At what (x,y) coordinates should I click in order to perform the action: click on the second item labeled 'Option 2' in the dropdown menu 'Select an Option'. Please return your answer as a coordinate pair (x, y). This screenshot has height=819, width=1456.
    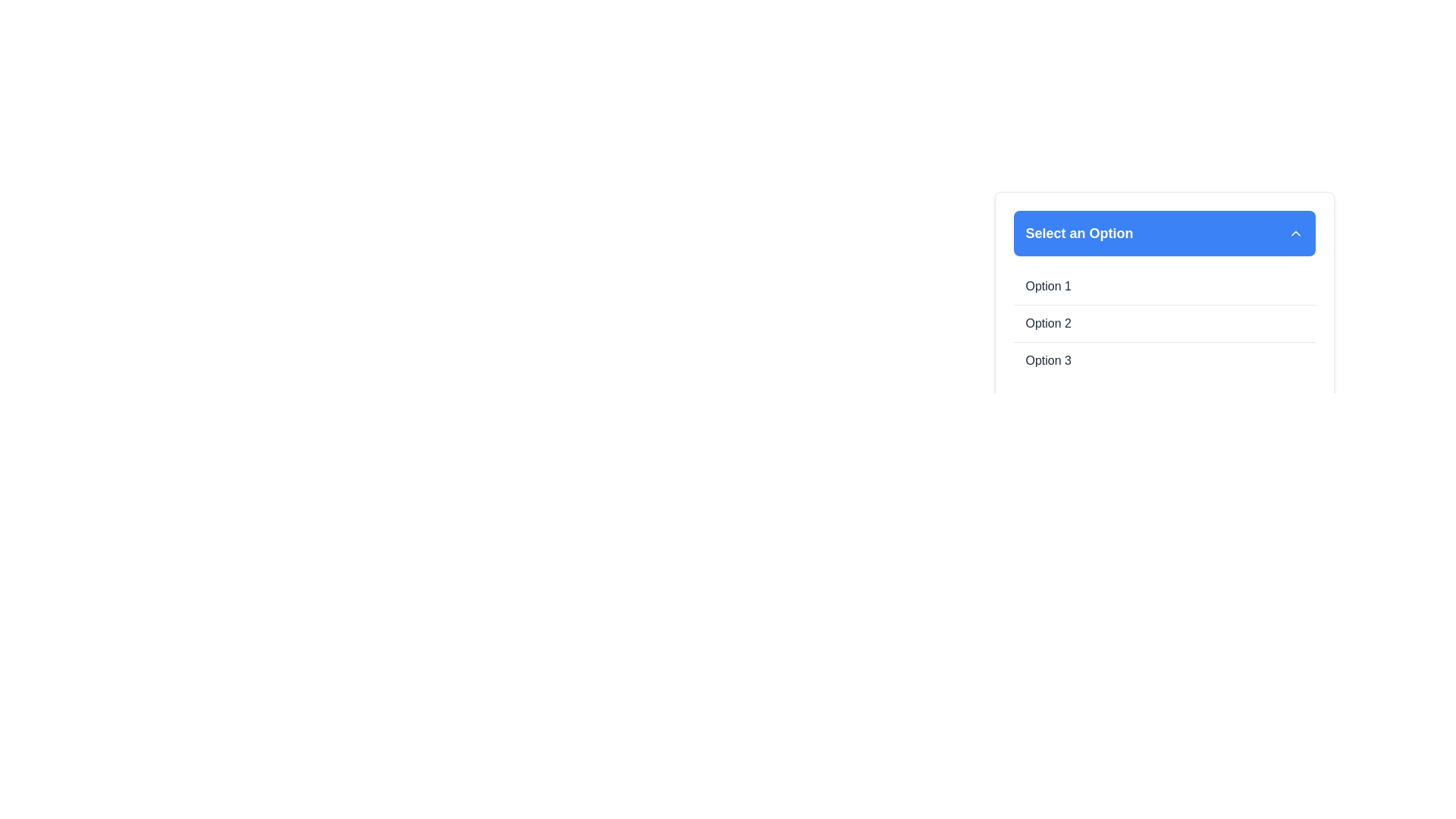
    Looking at the image, I should click on (1163, 322).